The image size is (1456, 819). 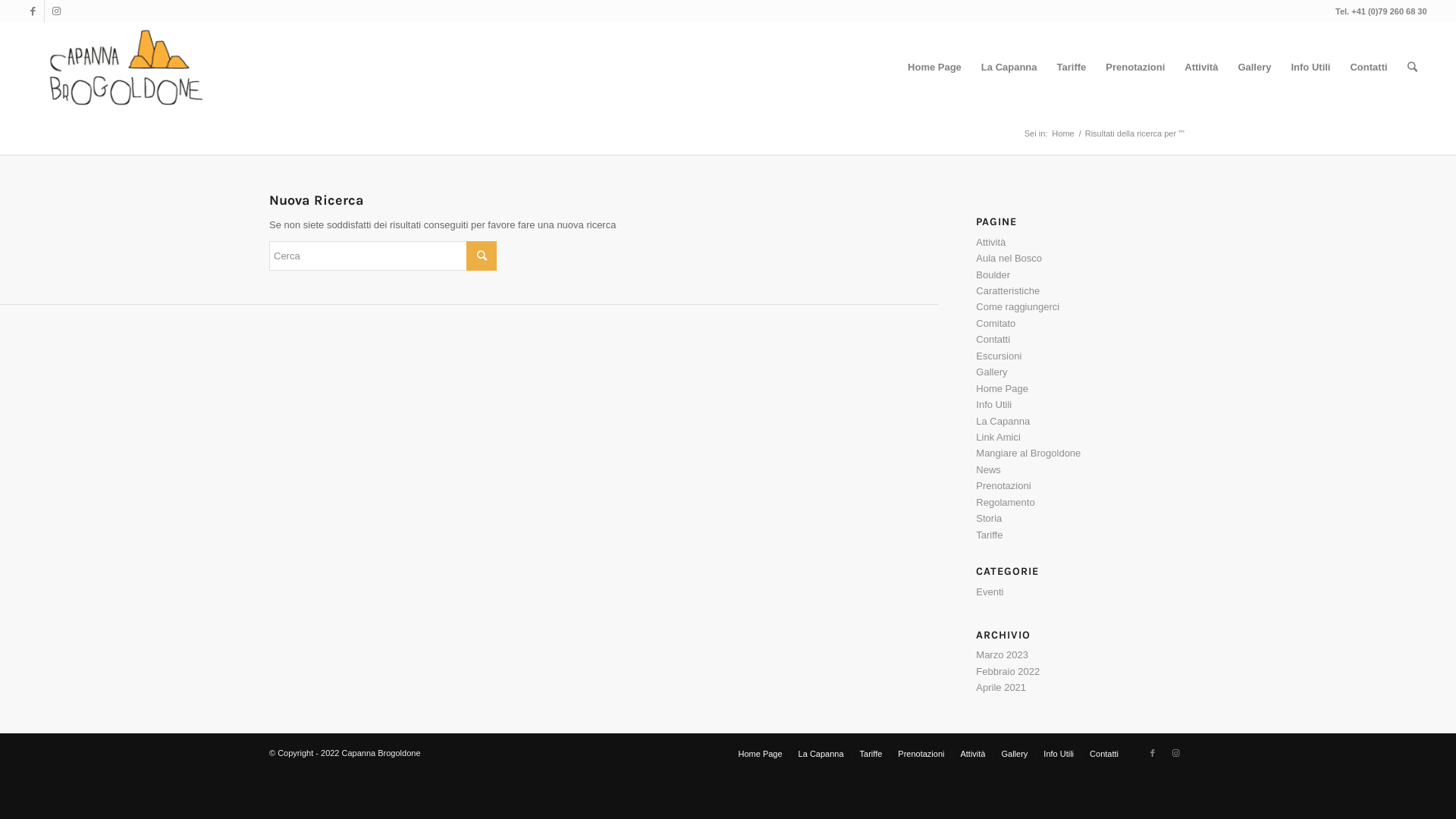 What do you see at coordinates (1005, 502) in the screenshot?
I see `'Regolamento'` at bounding box center [1005, 502].